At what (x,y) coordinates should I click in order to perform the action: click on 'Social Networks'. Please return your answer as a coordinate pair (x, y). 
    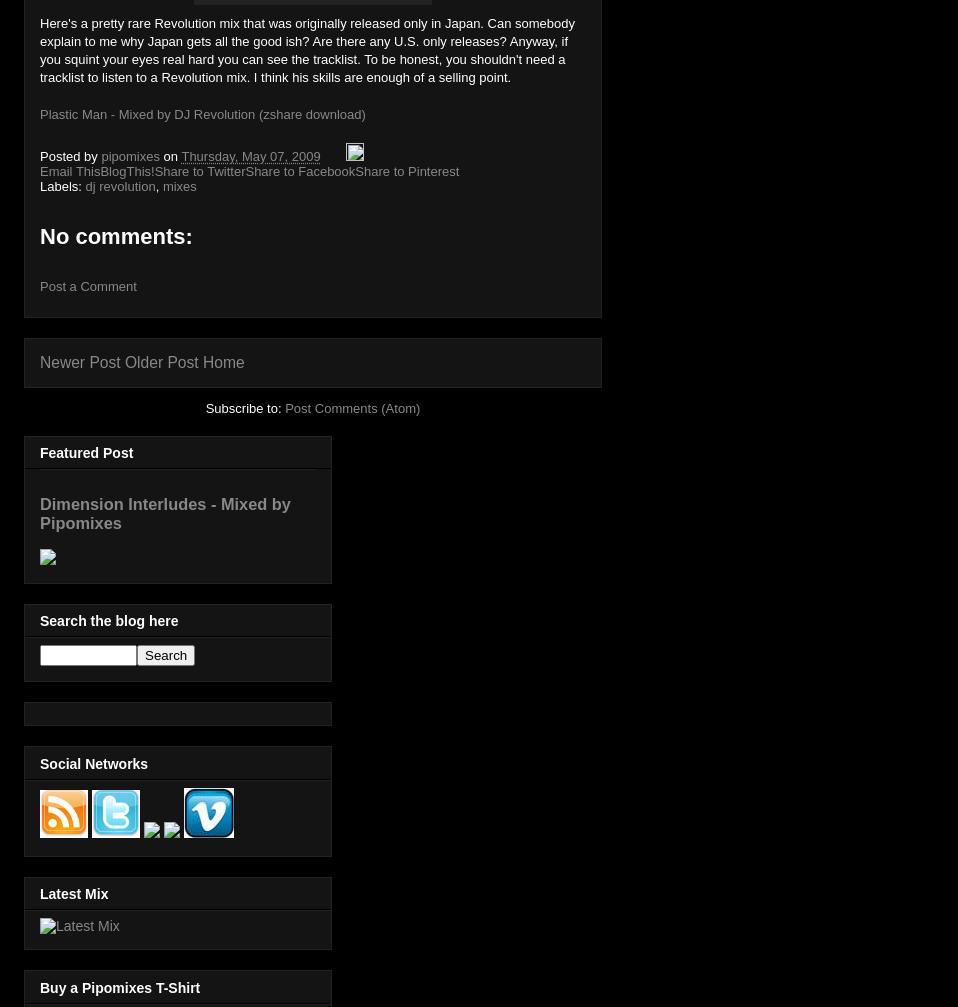
    Looking at the image, I should click on (93, 762).